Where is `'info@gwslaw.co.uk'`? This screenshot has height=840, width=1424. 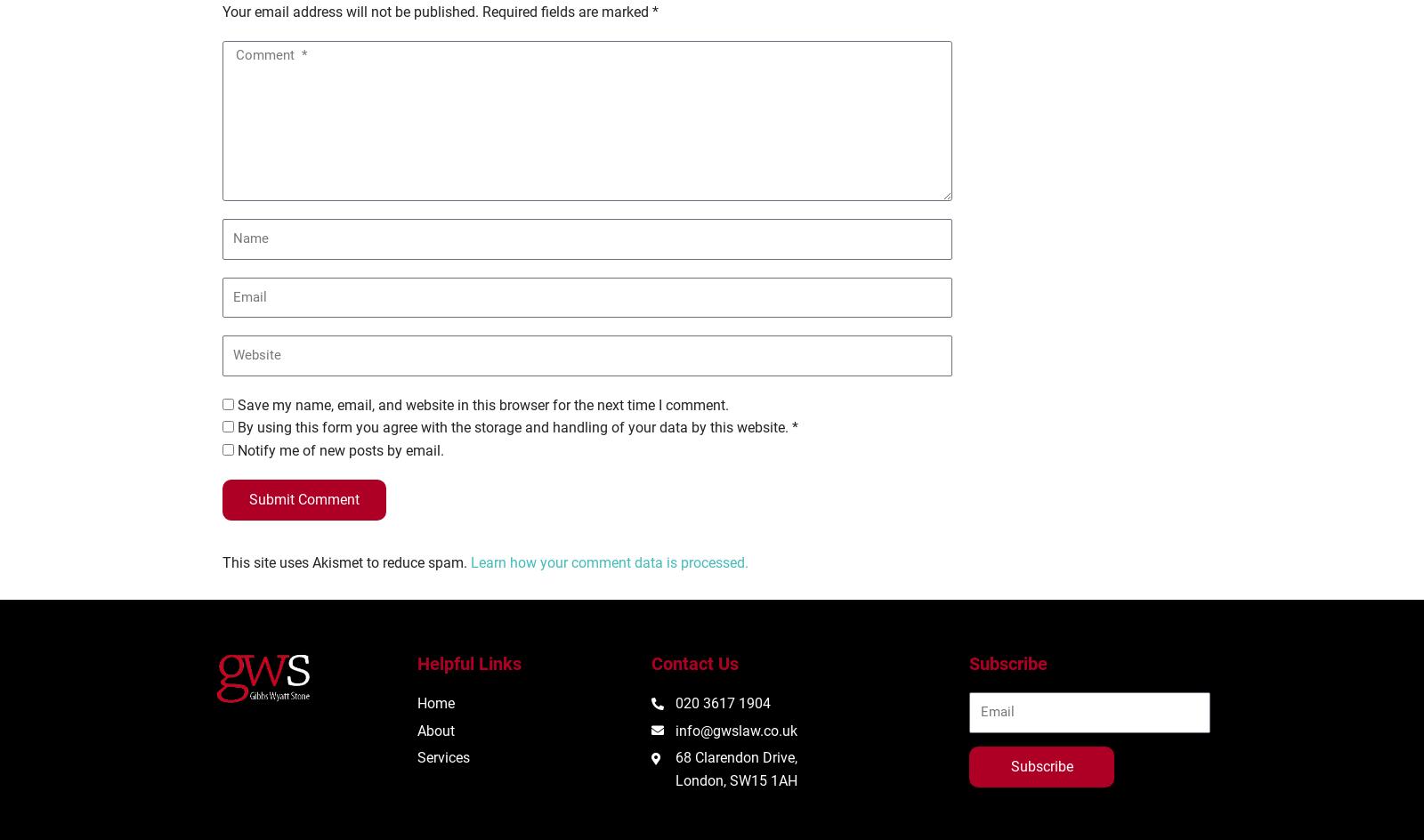
'info@gwslaw.co.uk' is located at coordinates (735, 729).